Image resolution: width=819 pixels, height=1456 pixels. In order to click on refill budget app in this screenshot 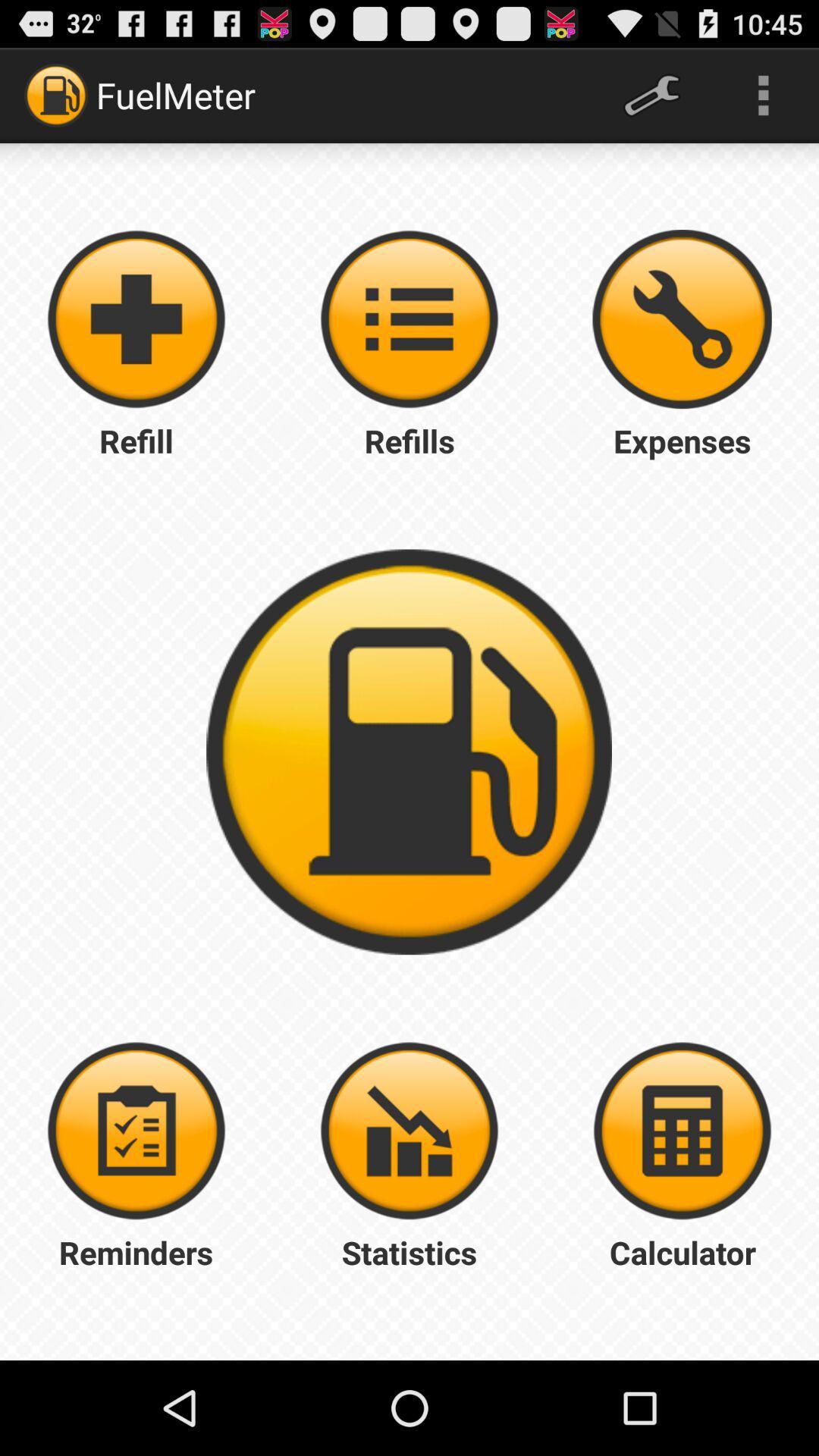, I will do `click(409, 318)`.